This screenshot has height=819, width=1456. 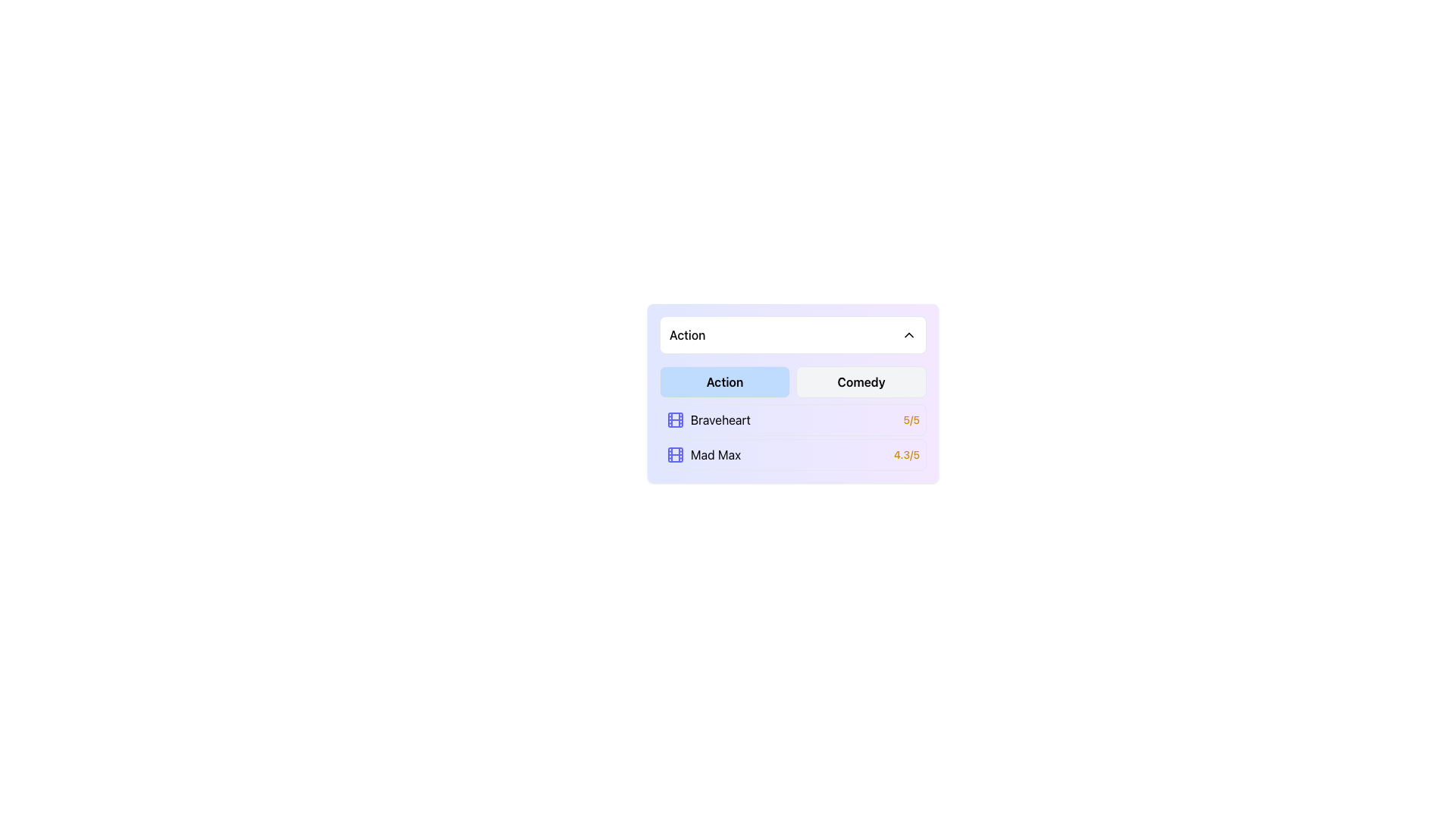 I want to click on the Chevron Up icon located on the rightmost section of the 'Action' button, so click(x=909, y=334).